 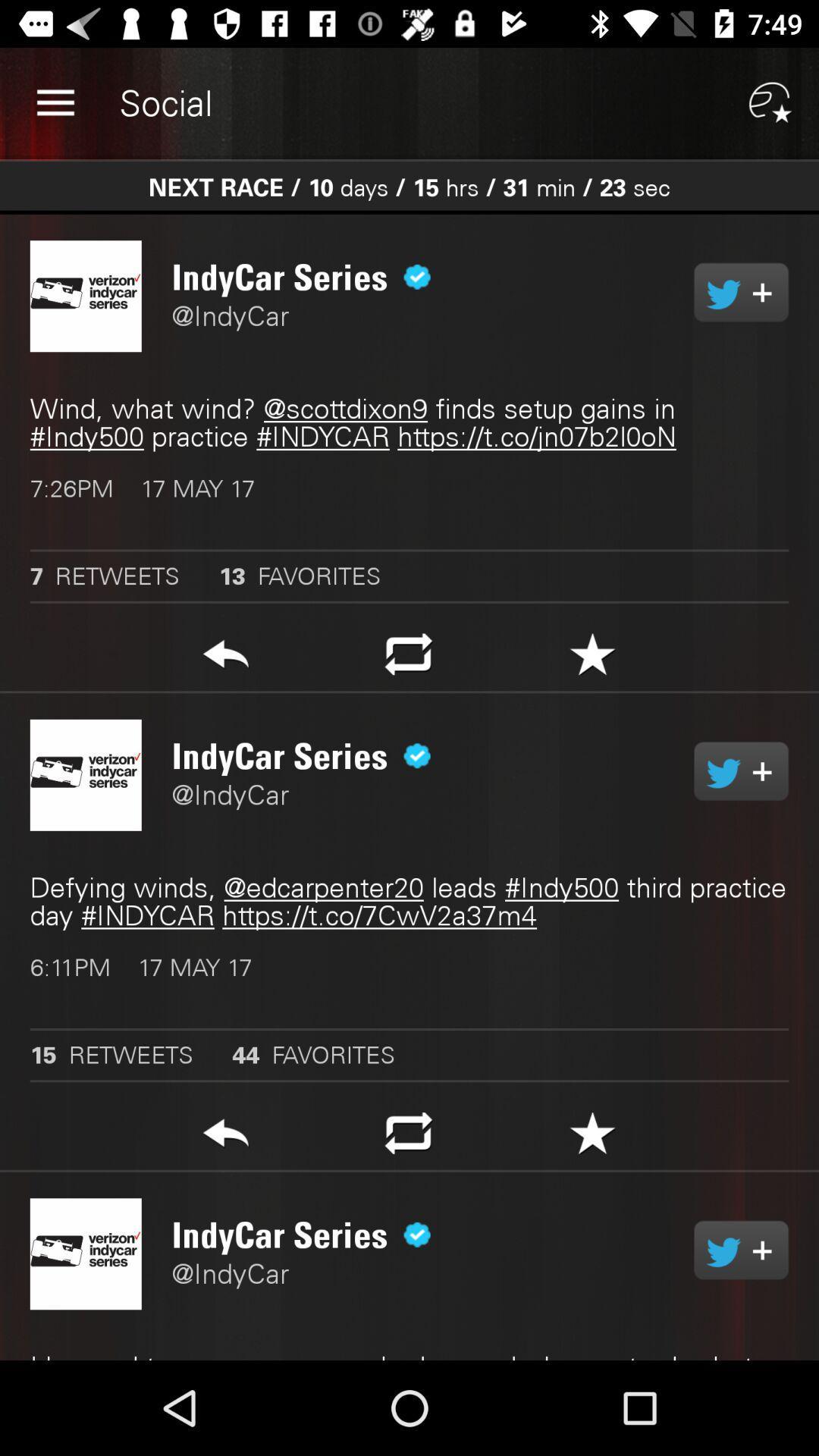 I want to click on mark as favorite, so click(x=591, y=1137).